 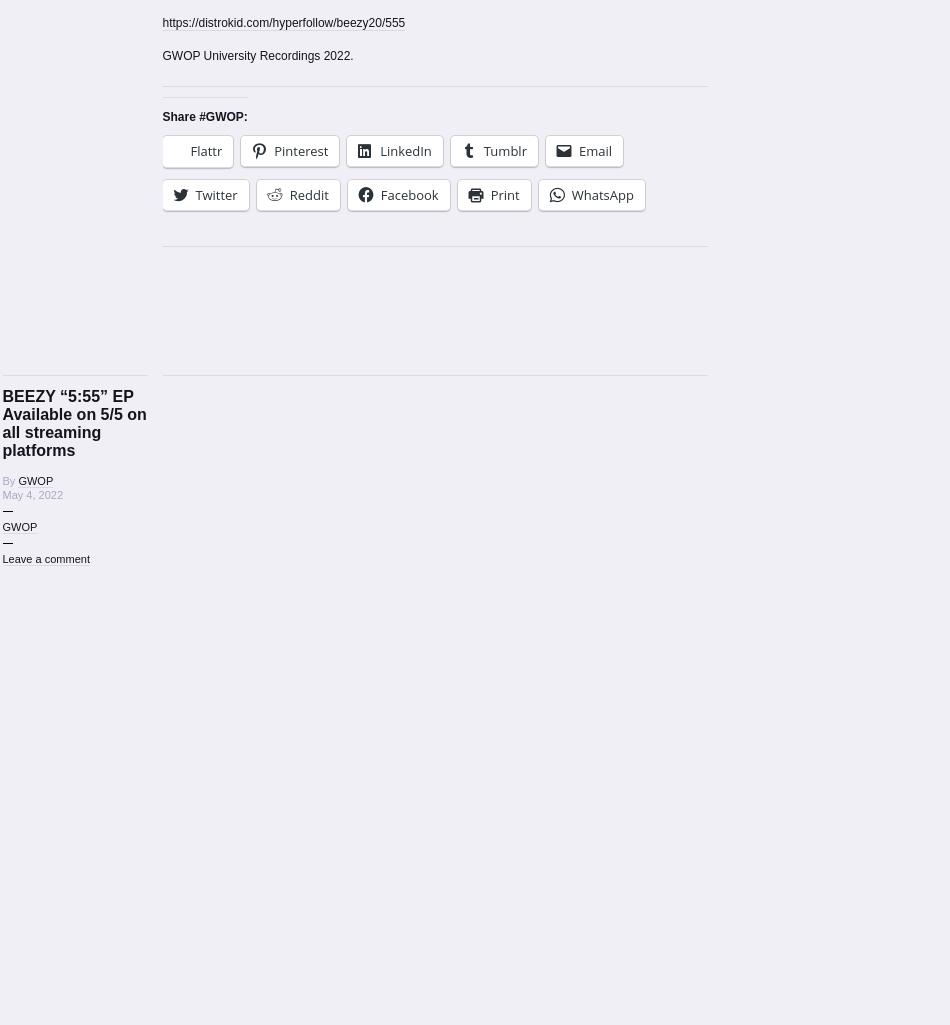 What do you see at coordinates (490, 194) in the screenshot?
I see `'Print'` at bounding box center [490, 194].